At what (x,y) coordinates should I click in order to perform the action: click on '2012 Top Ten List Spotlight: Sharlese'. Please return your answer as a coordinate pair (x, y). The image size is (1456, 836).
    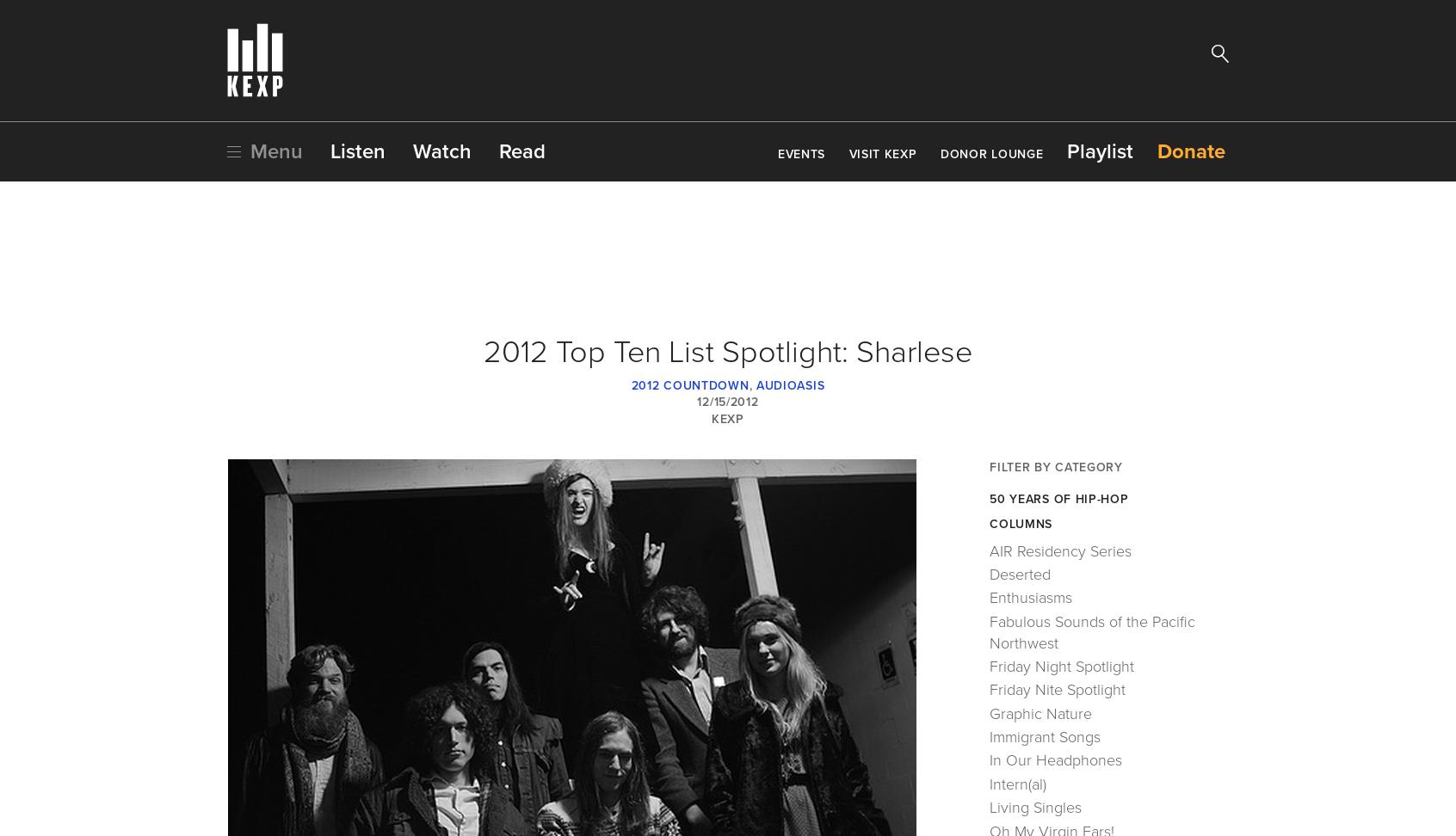
    Looking at the image, I should click on (728, 352).